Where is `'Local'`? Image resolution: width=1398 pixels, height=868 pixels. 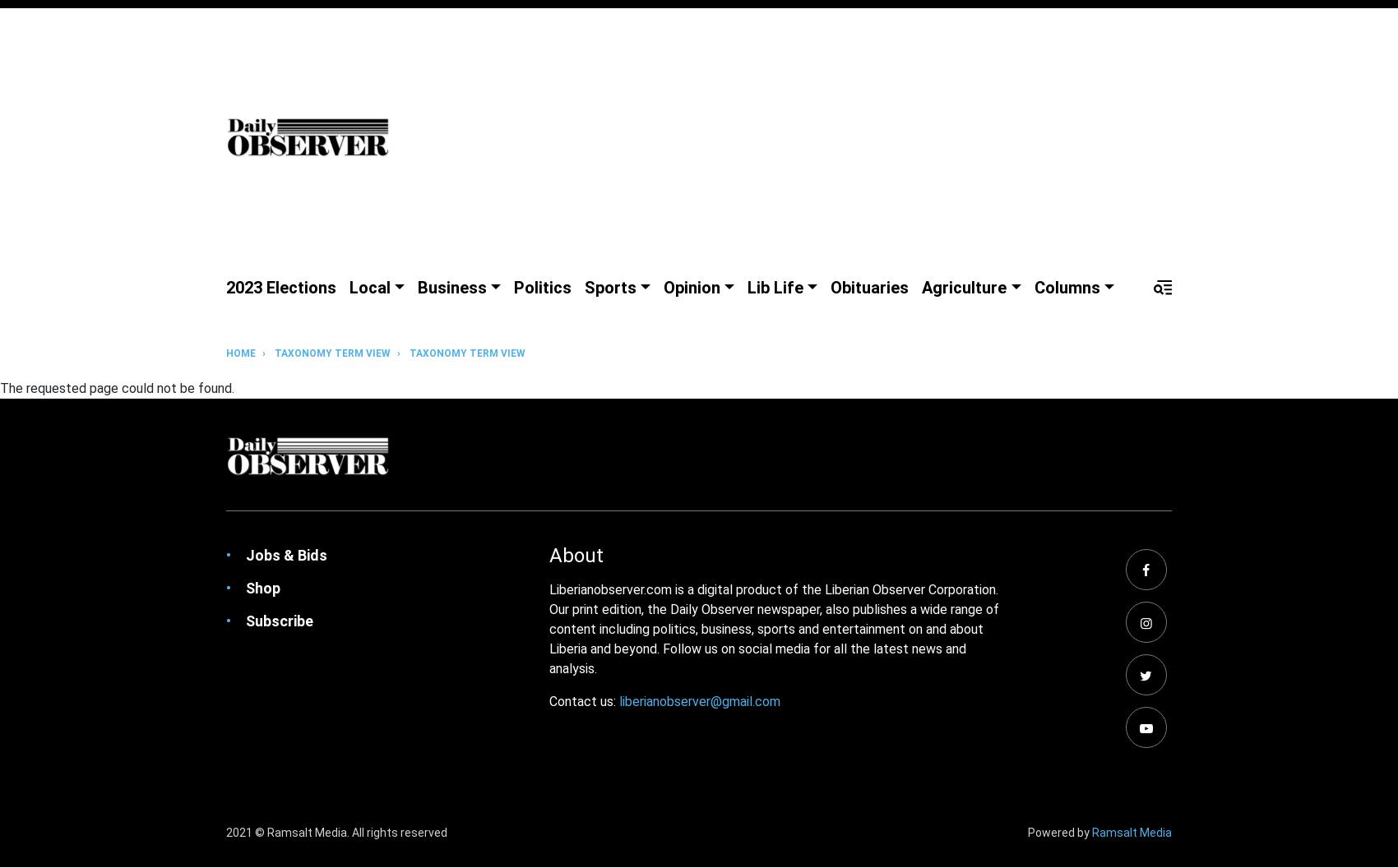
'Local' is located at coordinates (369, 286).